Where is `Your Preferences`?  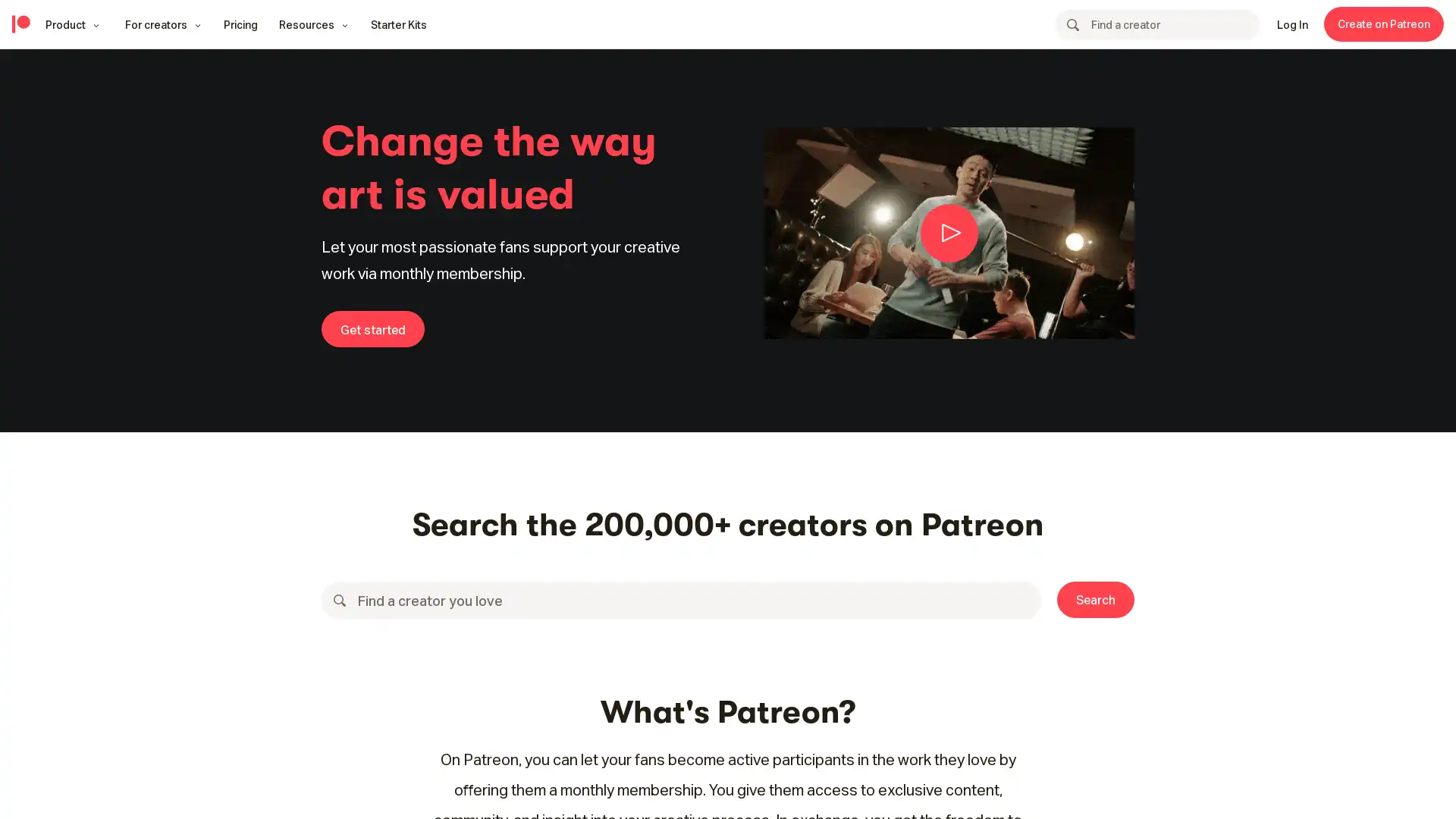 Your Preferences is located at coordinates (140, 782).